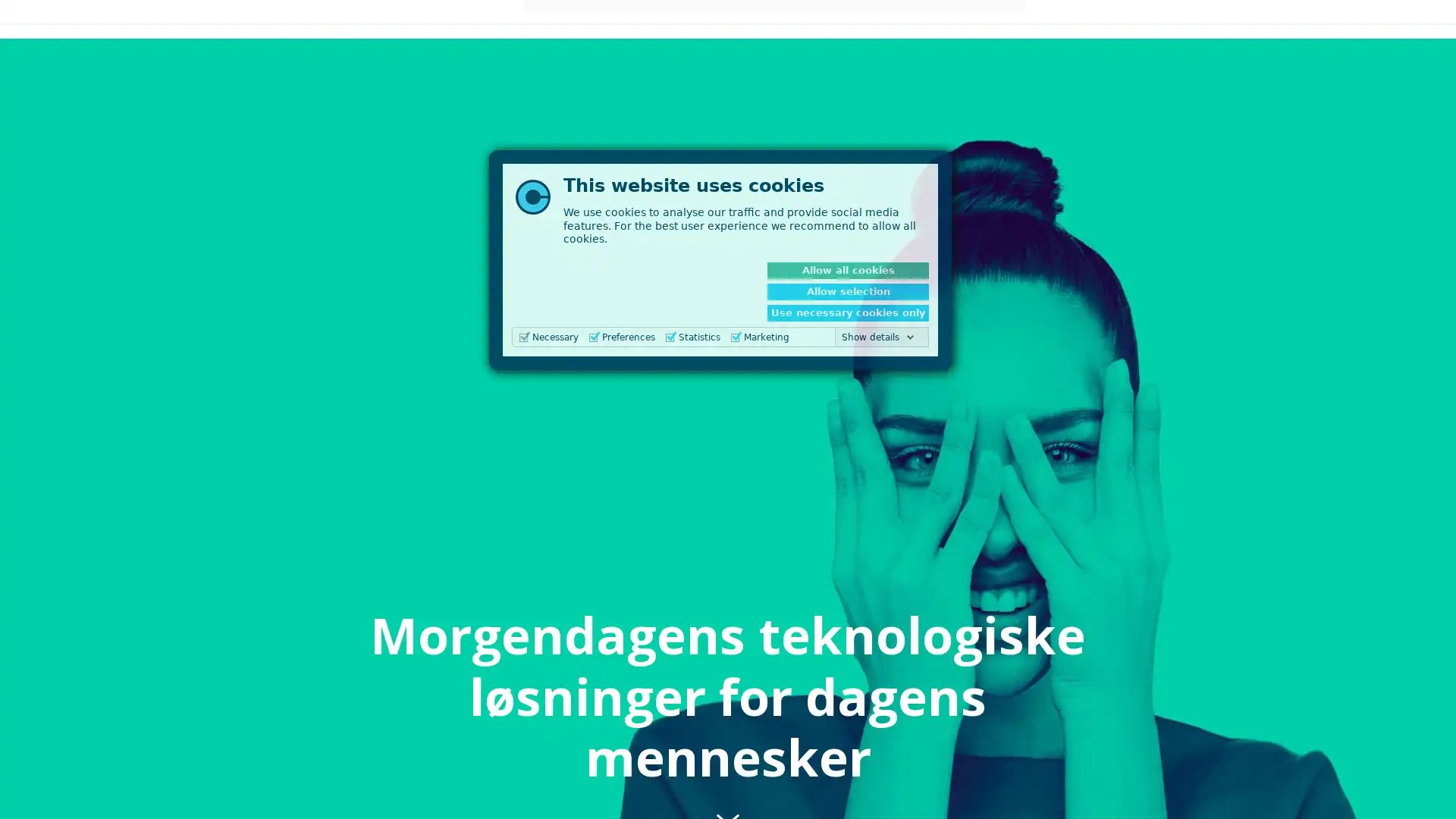  I want to click on Videre til innholdet, so click(728, 786).